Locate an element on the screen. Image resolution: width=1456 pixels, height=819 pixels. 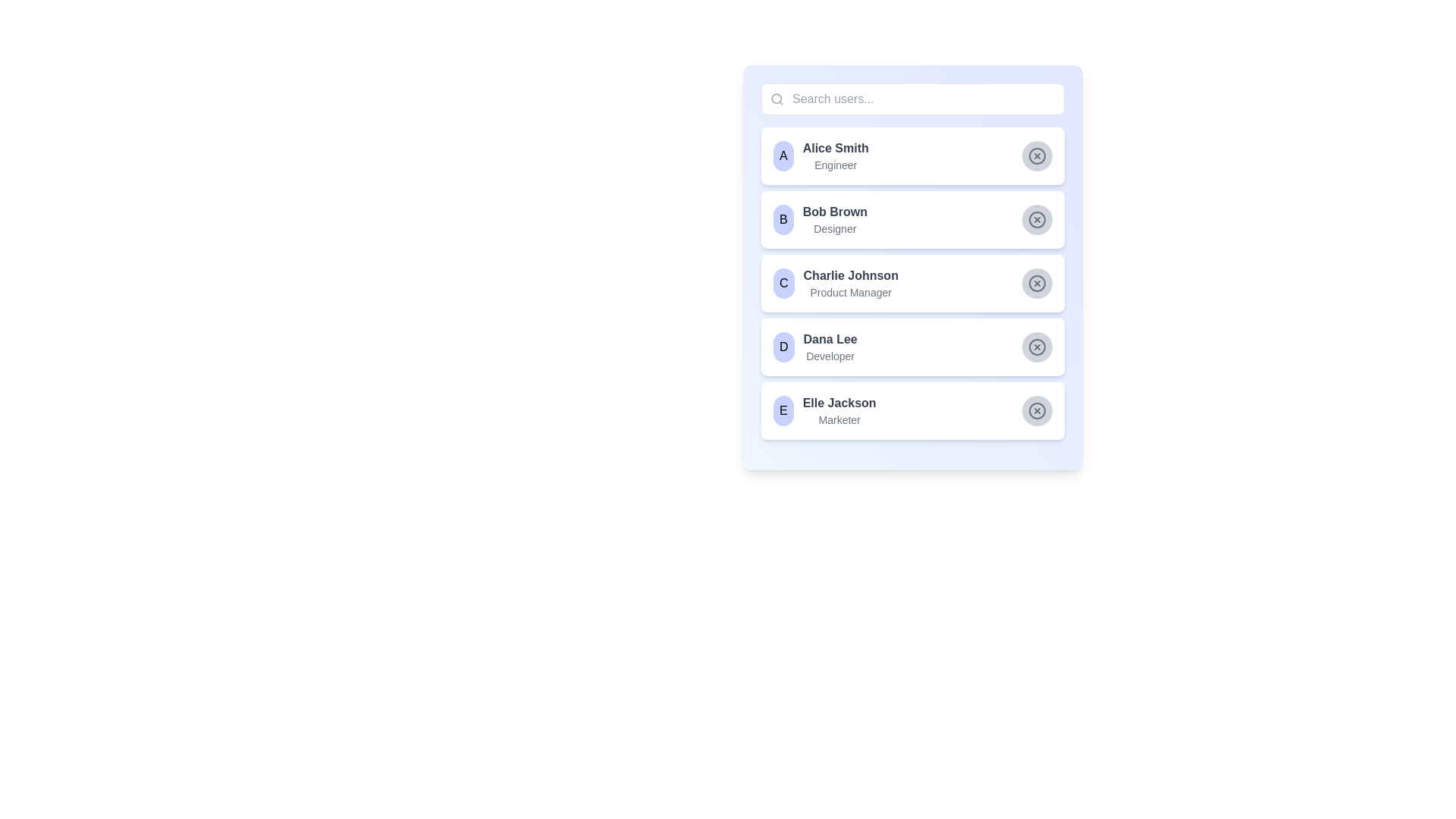
the user name label displaying 'Dana Lee' in the user selection panel, which is located above the role text 'Developer' is located at coordinates (830, 338).